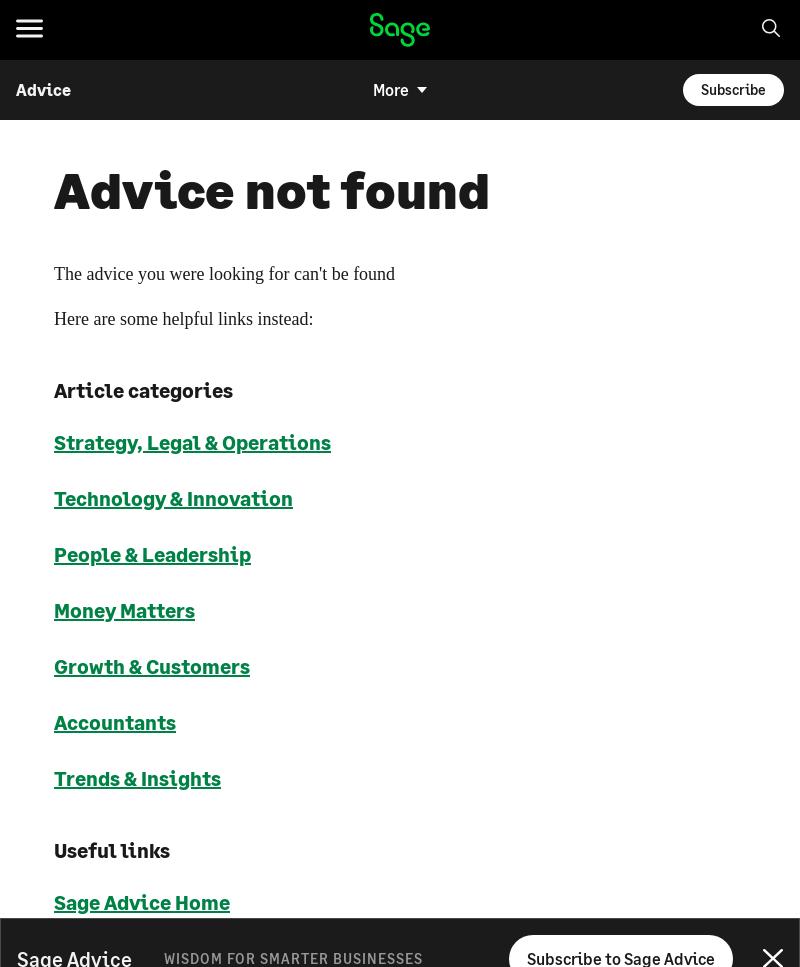  What do you see at coordinates (137, 776) in the screenshot?
I see `'Trends & Insights'` at bounding box center [137, 776].